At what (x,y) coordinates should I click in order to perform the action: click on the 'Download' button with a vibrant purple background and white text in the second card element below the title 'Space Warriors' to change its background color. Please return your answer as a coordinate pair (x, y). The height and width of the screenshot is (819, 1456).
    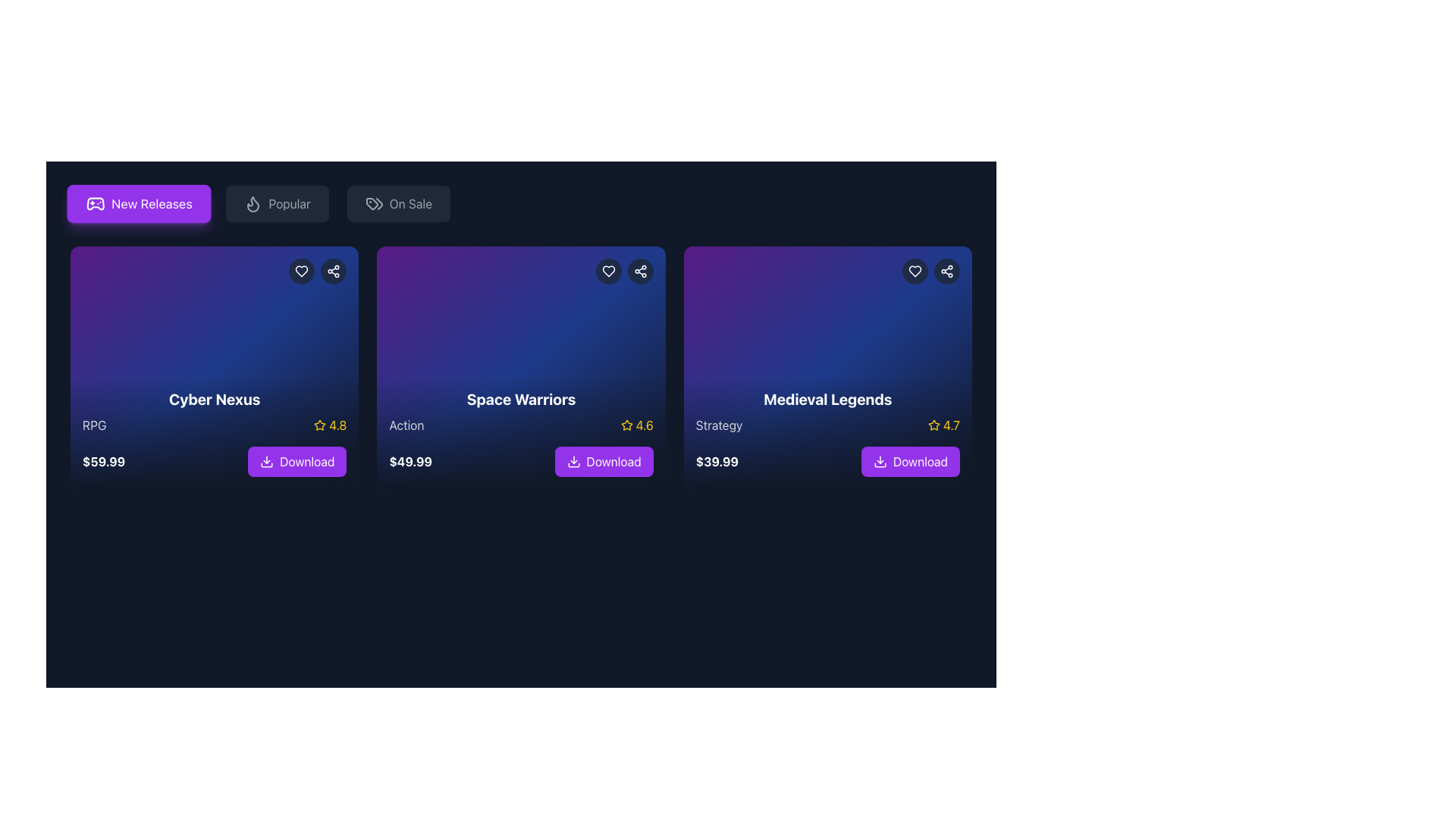
    Looking at the image, I should click on (603, 461).